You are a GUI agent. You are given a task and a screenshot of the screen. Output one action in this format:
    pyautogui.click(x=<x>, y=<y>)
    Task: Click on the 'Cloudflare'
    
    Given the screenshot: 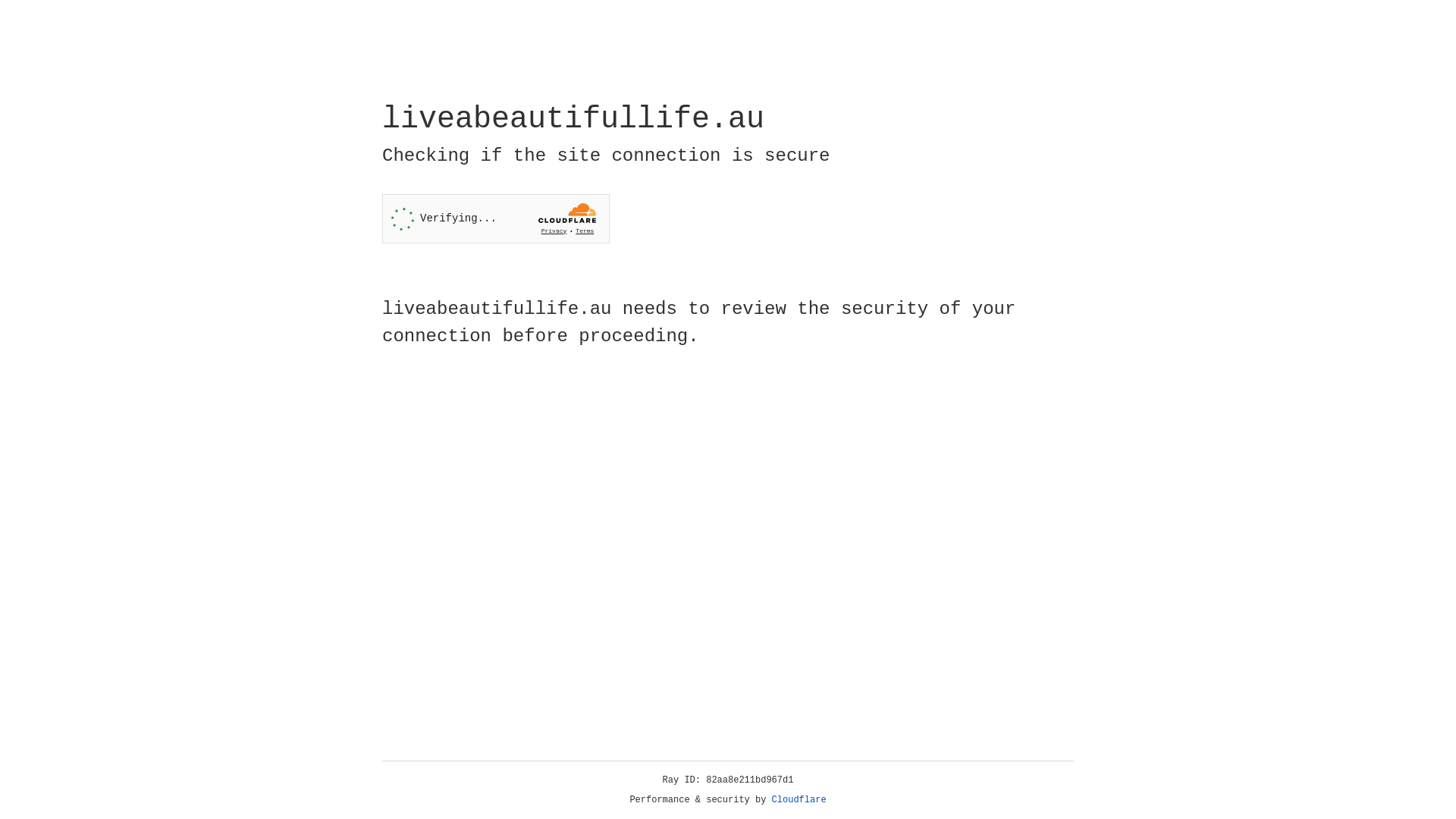 What is the action you would take?
    pyautogui.click(x=799, y=799)
    